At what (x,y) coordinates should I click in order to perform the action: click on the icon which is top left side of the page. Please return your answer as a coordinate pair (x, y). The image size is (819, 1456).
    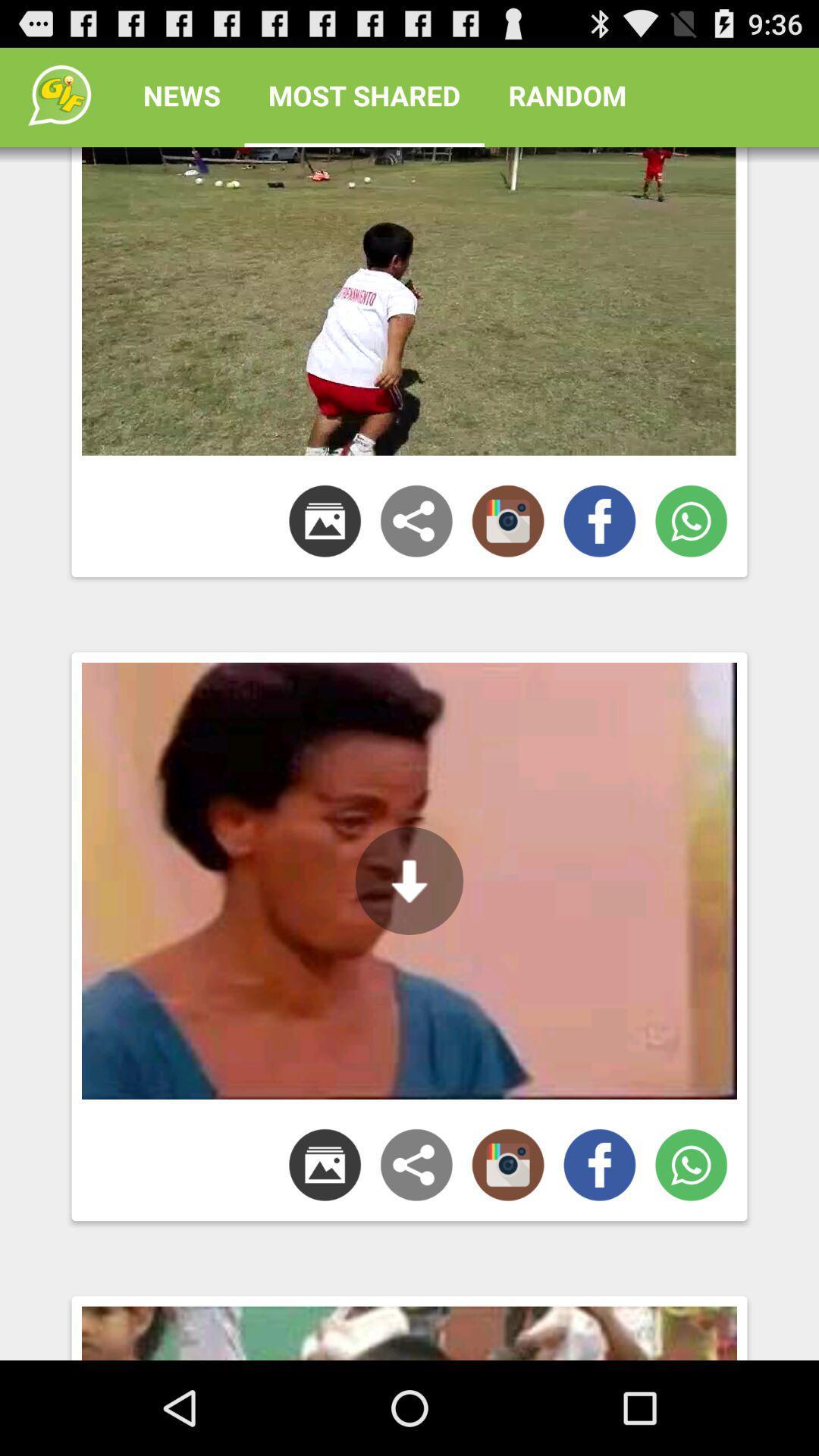
    Looking at the image, I should click on (58, 94).